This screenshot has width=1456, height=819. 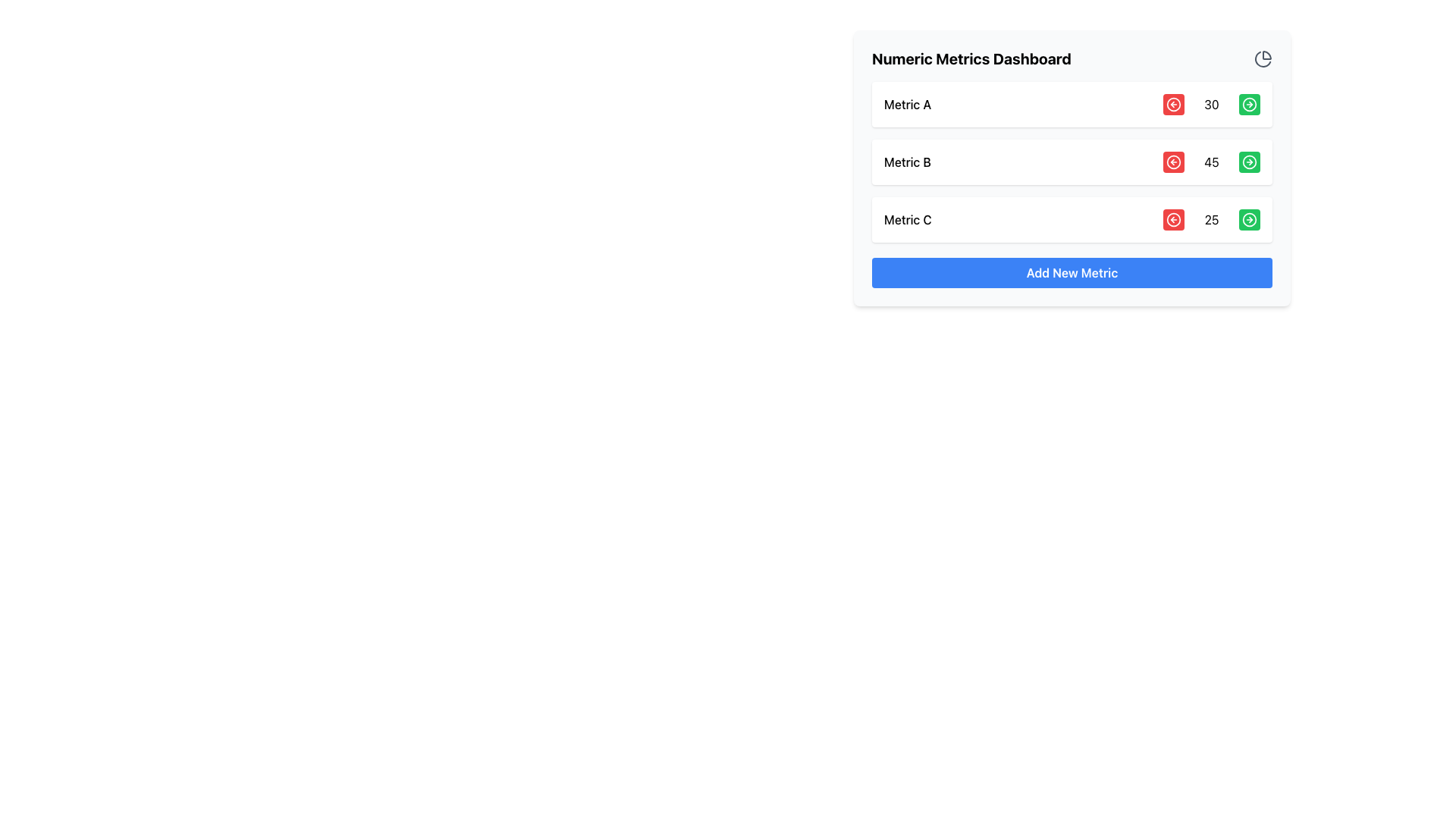 What do you see at coordinates (1211, 162) in the screenshot?
I see `central numeric value displayed as '45' in the Text Display located in the 'Metric B' row of the dashboard` at bounding box center [1211, 162].